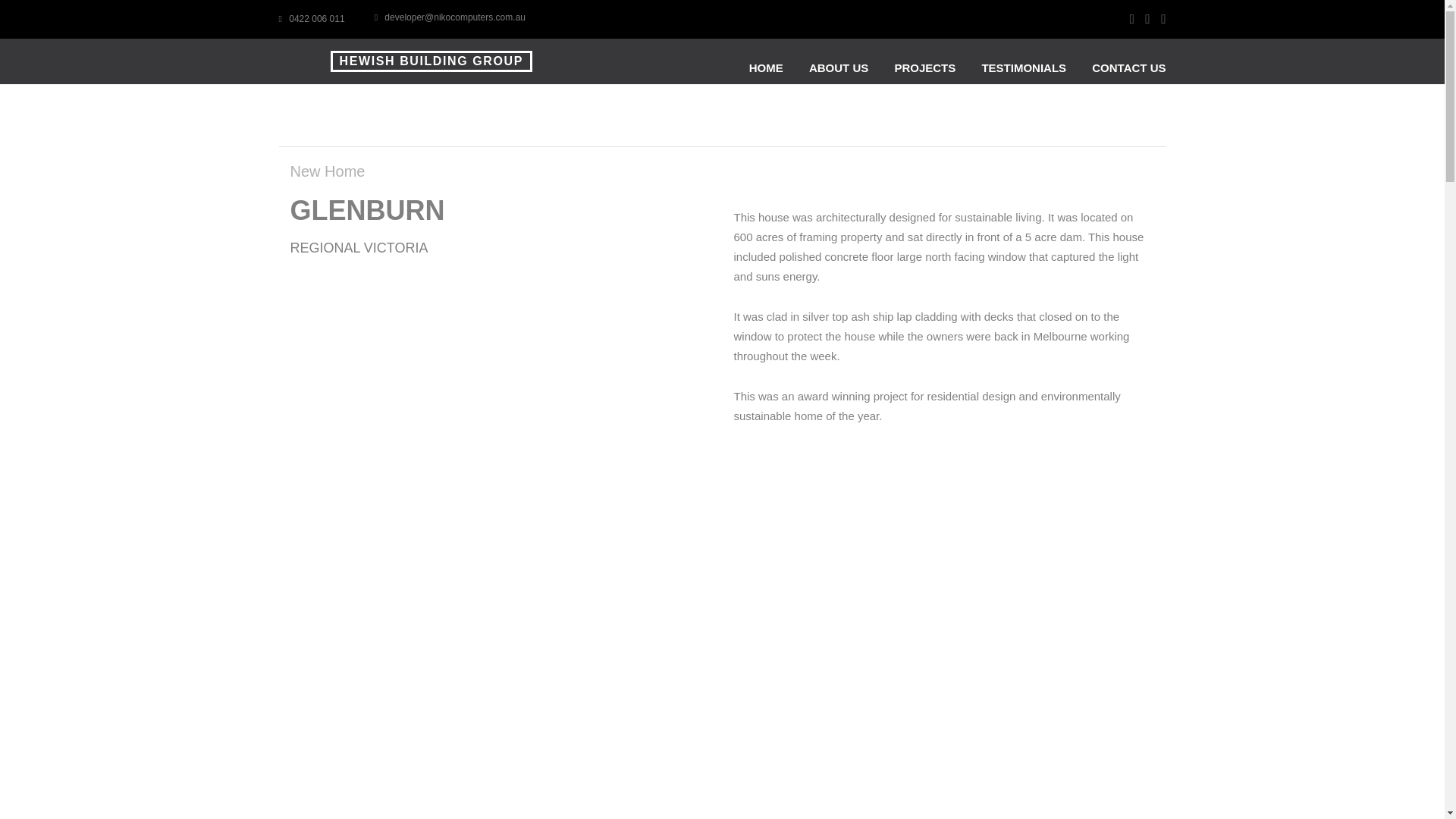 Image resolution: width=1456 pixels, height=819 pixels. Describe the element at coordinates (449, 17) in the screenshot. I see `'developer@nikocomputers.com.au'` at that location.